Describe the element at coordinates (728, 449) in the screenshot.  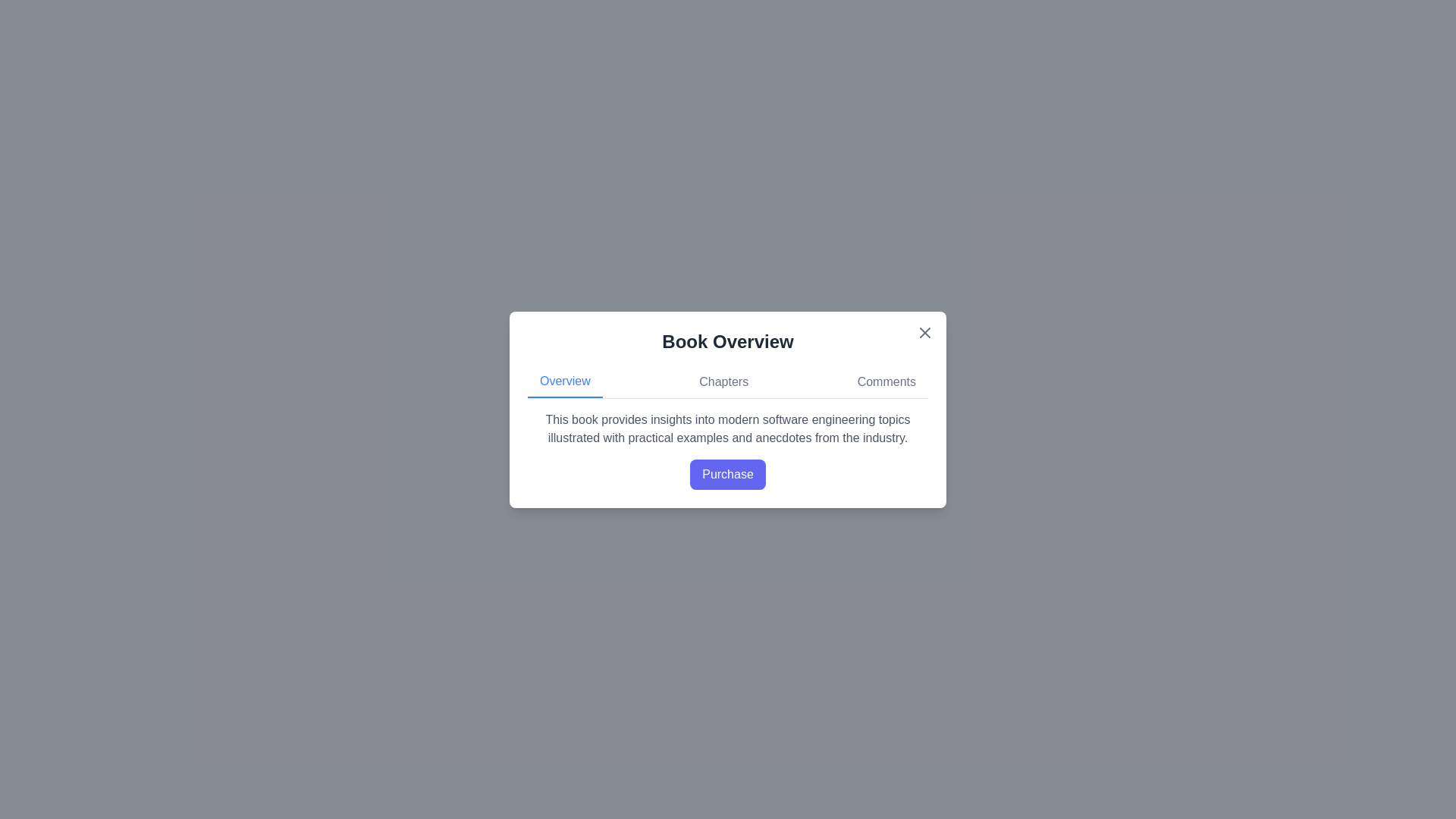
I see `the 'Purchase' button located in the modal interface under the header 'Book Overview' to observe the hover styling` at that location.